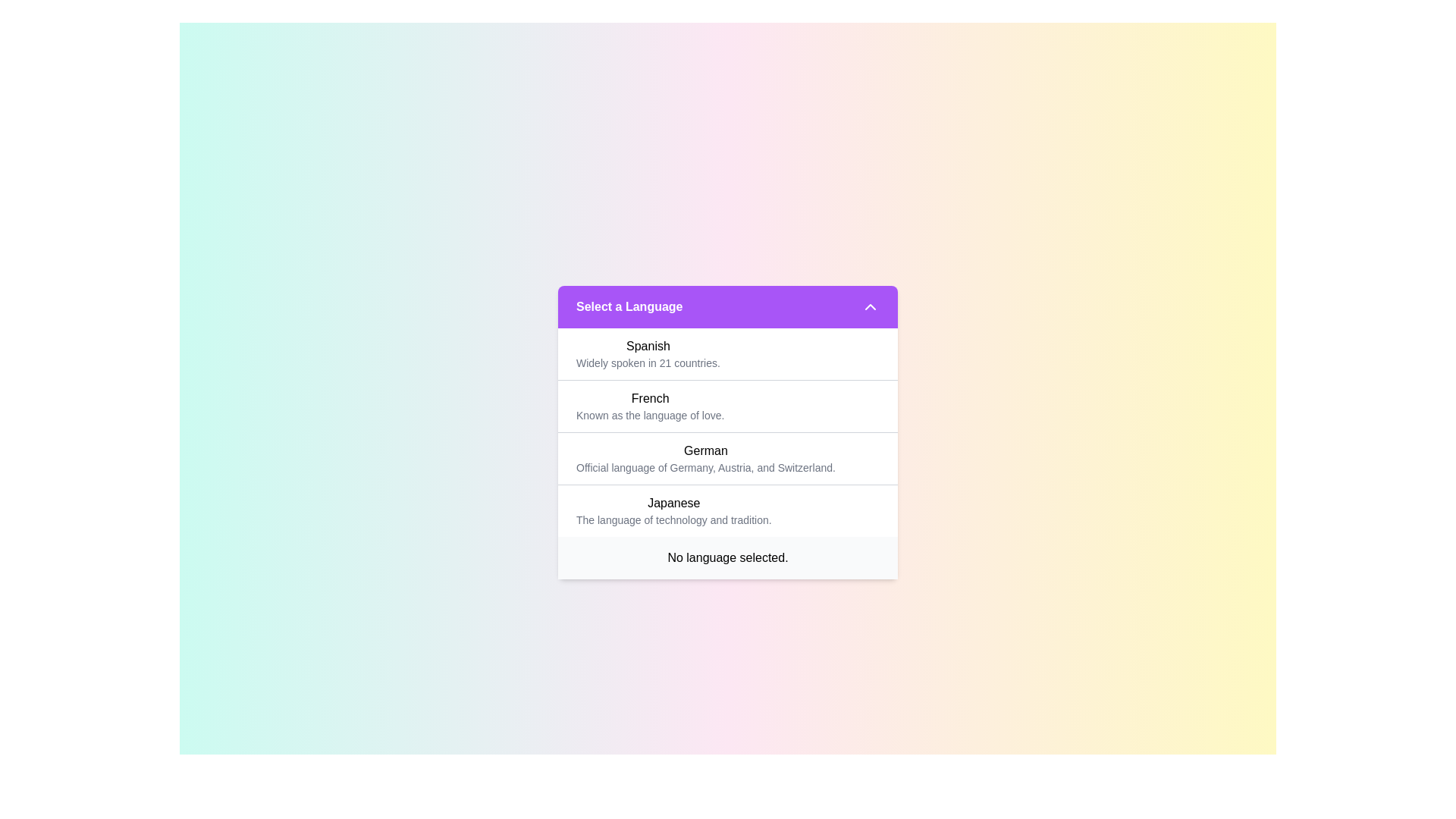 This screenshot has height=819, width=1456. Describe the element at coordinates (650, 405) in the screenshot. I see `the selectable list item displaying 'French' in bold, located within the 'Select a Language' dropdown menu` at that location.